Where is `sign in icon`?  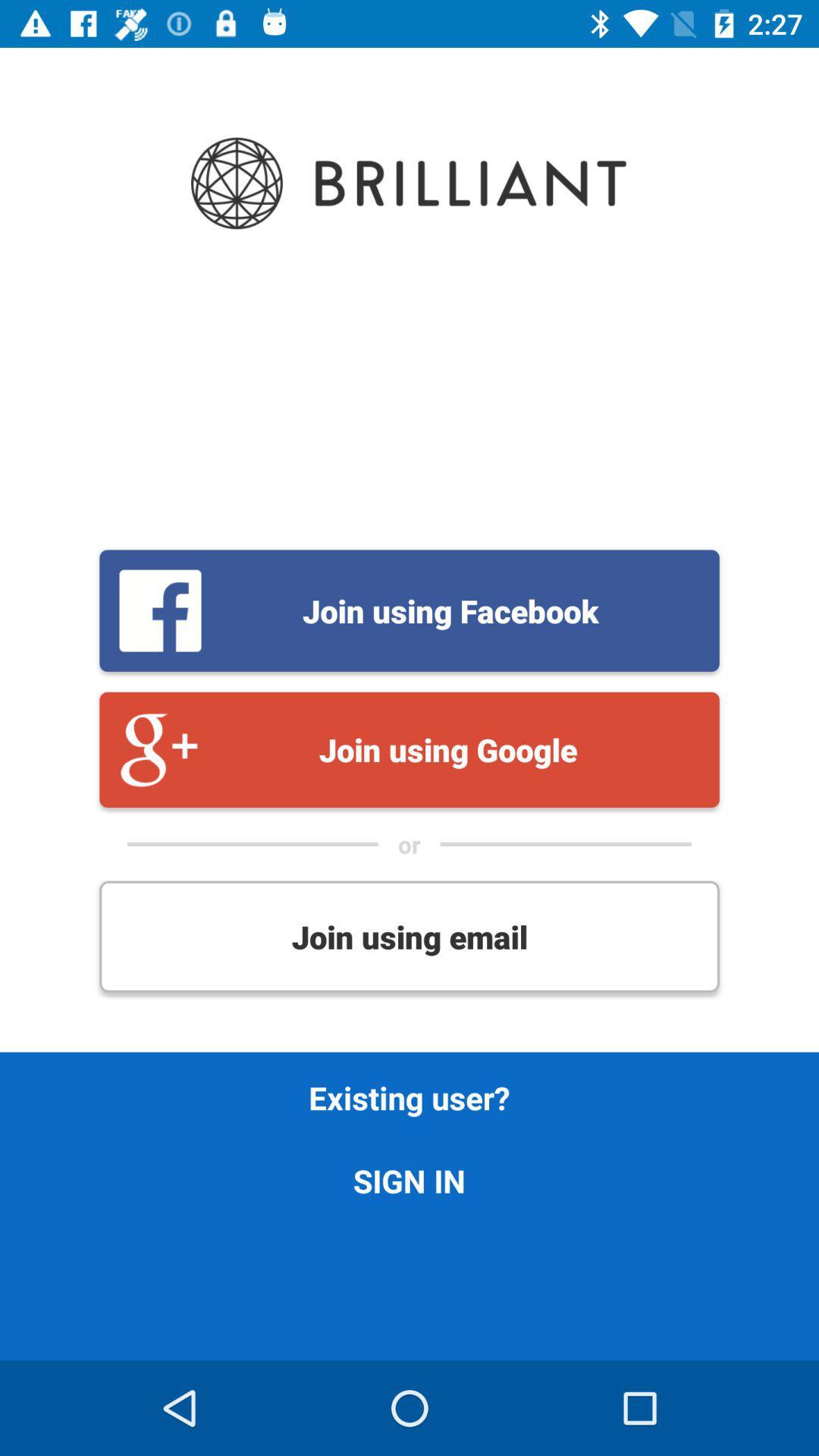 sign in icon is located at coordinates (409, 1179).